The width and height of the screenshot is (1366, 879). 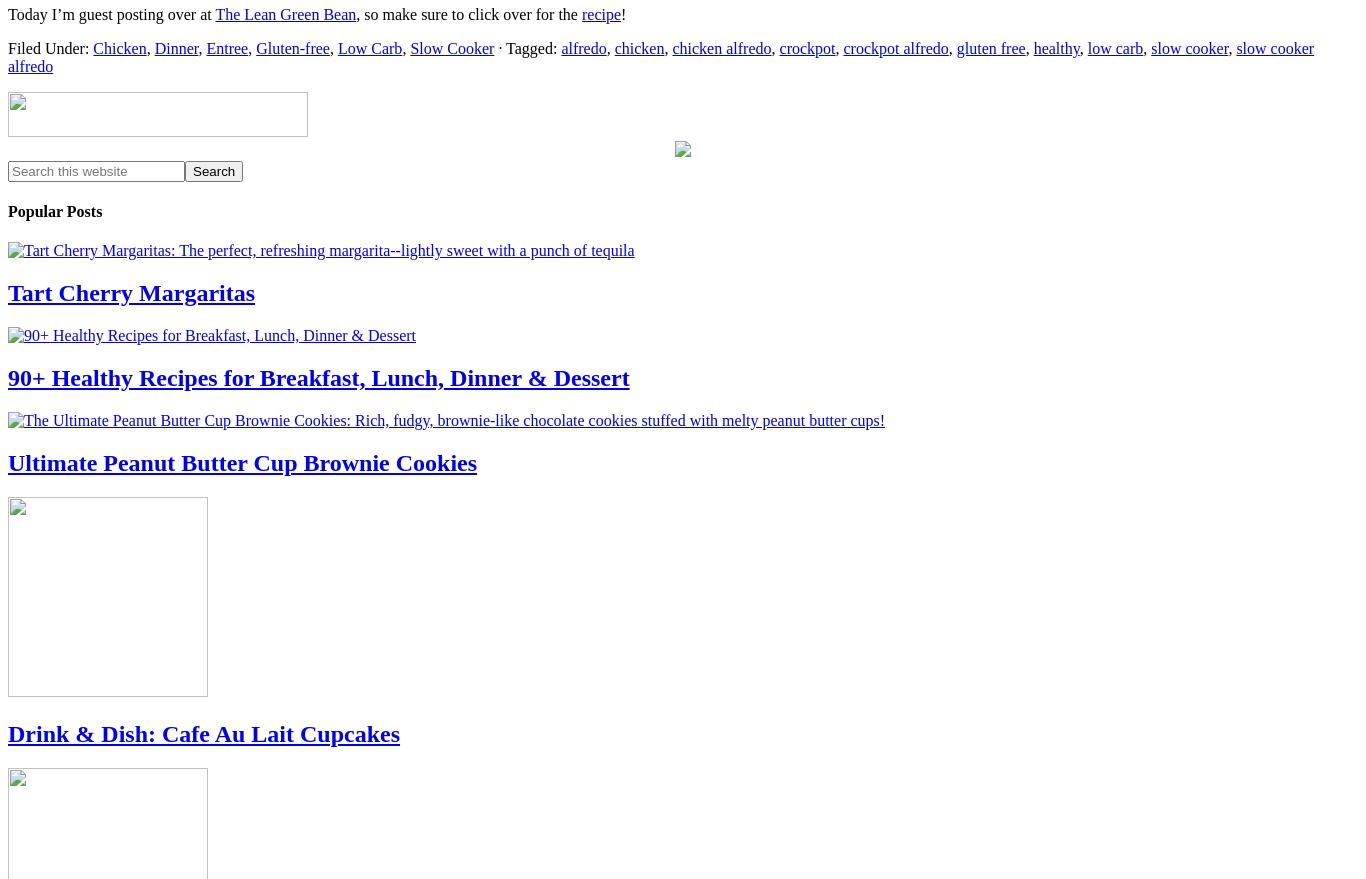 I want to click on 'Filed Under:', so click(x=50, y=47).